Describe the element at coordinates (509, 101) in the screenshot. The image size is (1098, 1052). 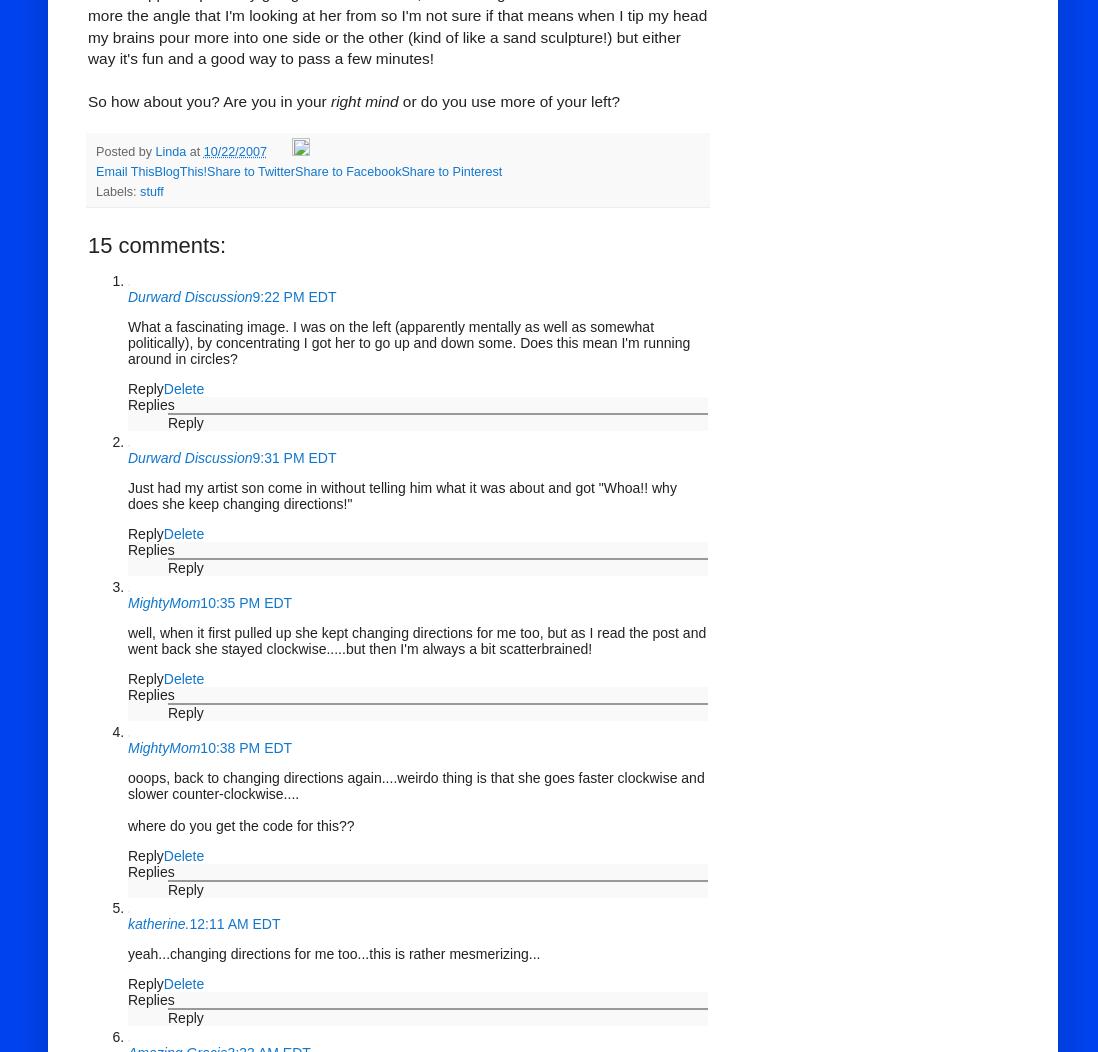
I see `'or do you use more of your left?'` at that location.